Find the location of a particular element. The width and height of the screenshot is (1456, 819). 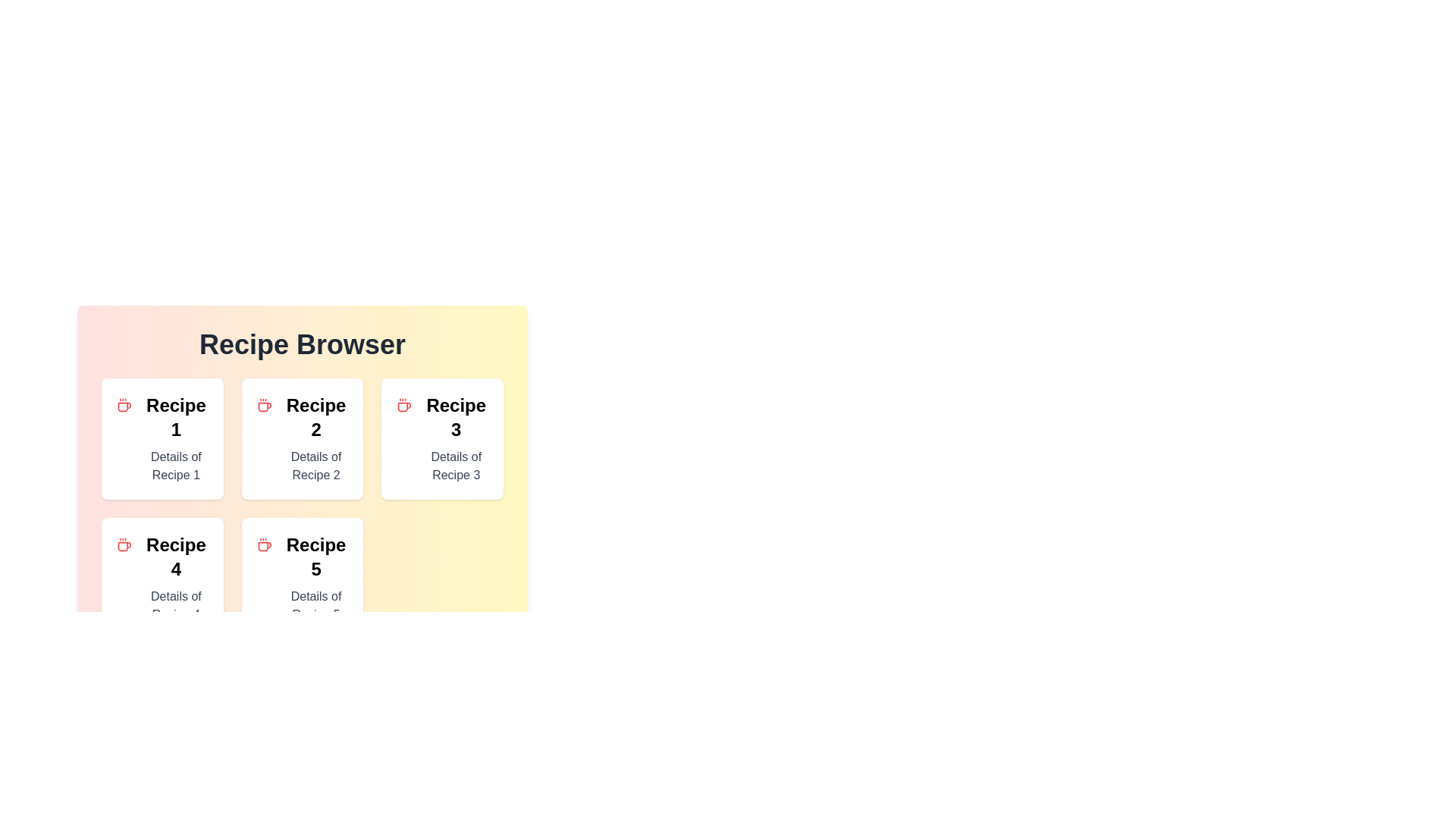

label associated with the red coffee cup icon located at the top-left corner of the card labeled 'Recipe 3' is located at coordinates (404, 405).